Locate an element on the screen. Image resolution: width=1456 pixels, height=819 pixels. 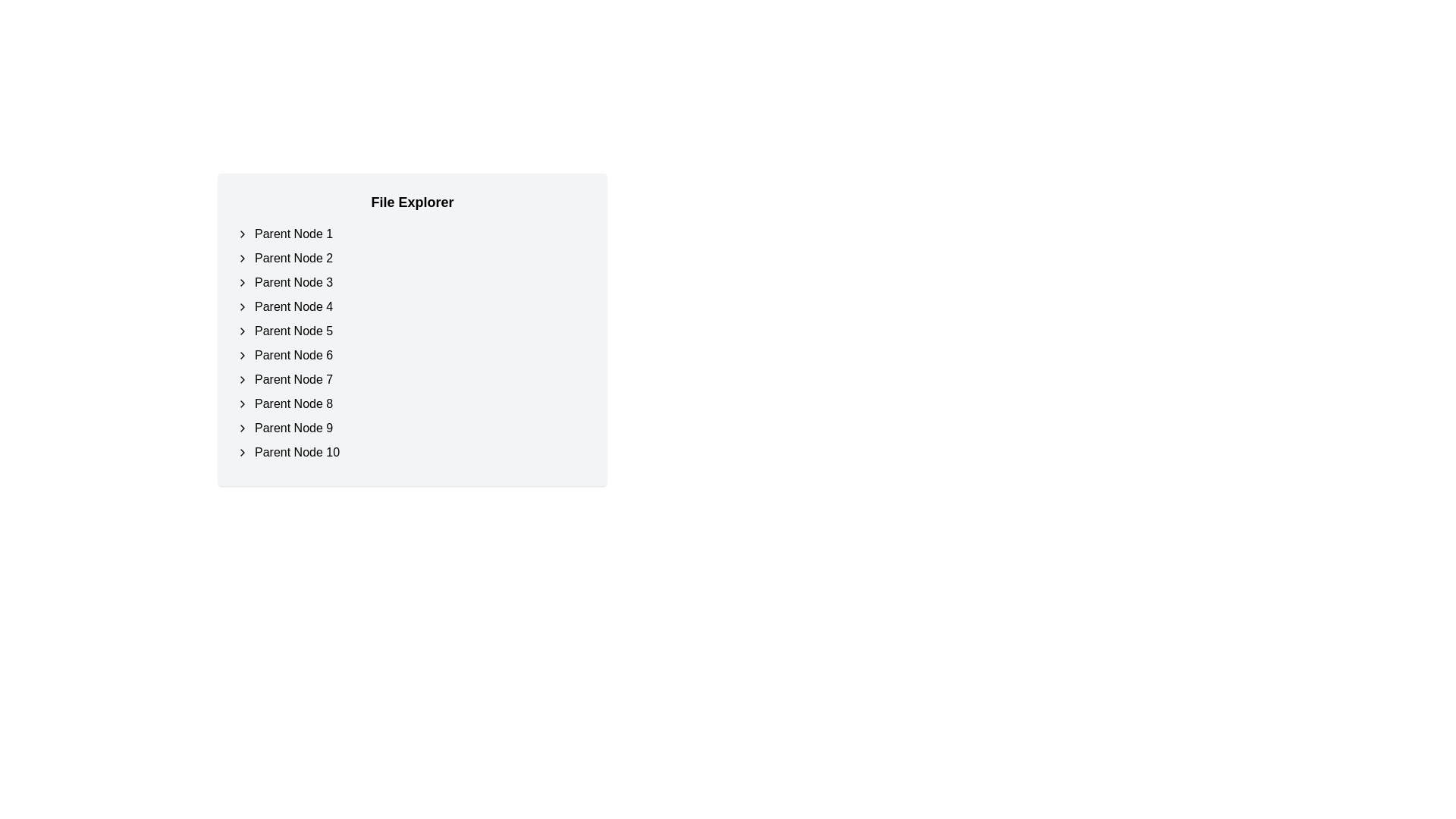
the fourth entry in the 'File Explorer' list is located at coordinates (412, 307).